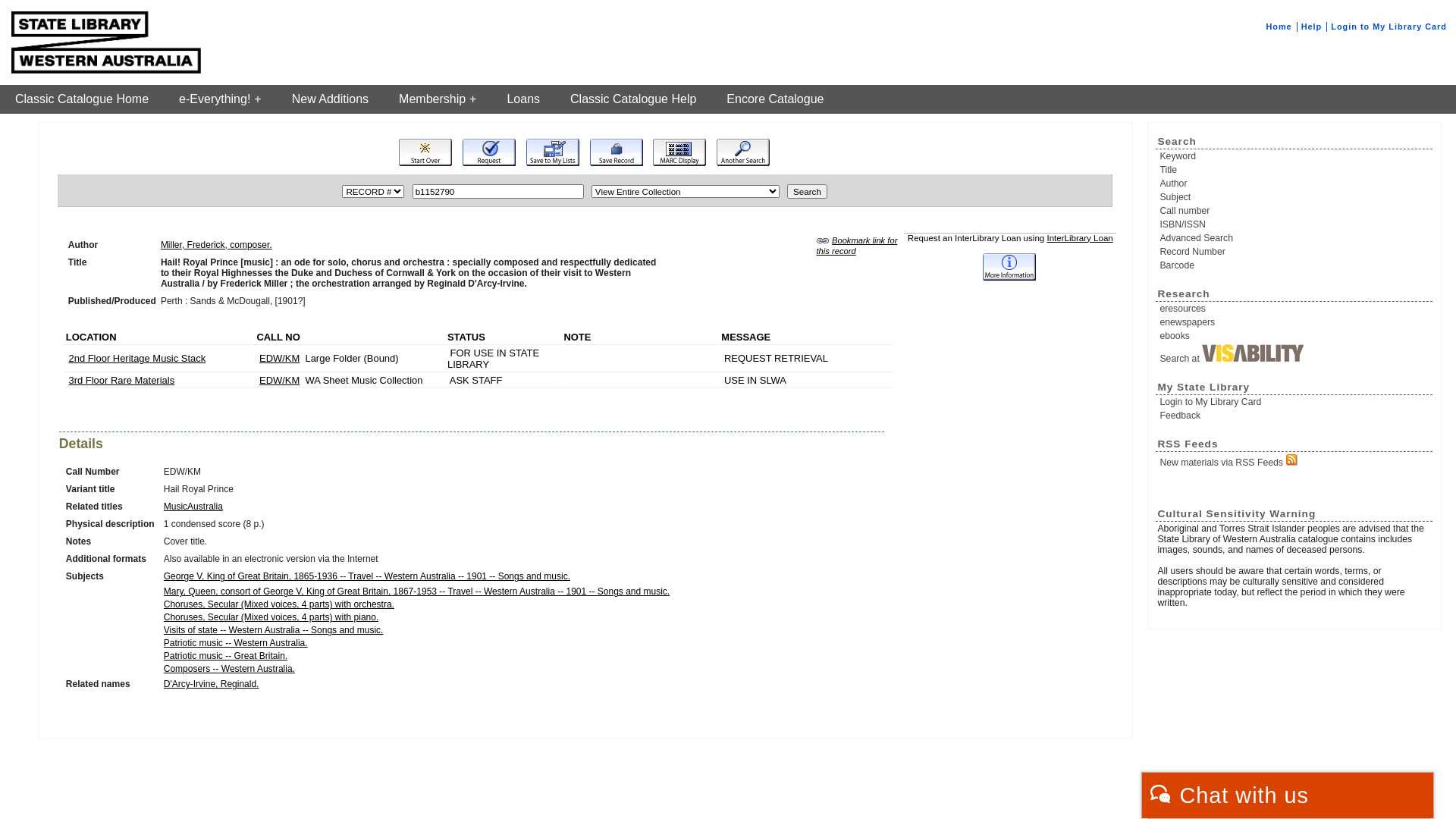 Image resolution: width=1456 pixels, height=819 pixels. Describe the element at coordinates (136, 358) in the screenshot. I see `'2nd Floor Heritage Music Stack'` at that location.